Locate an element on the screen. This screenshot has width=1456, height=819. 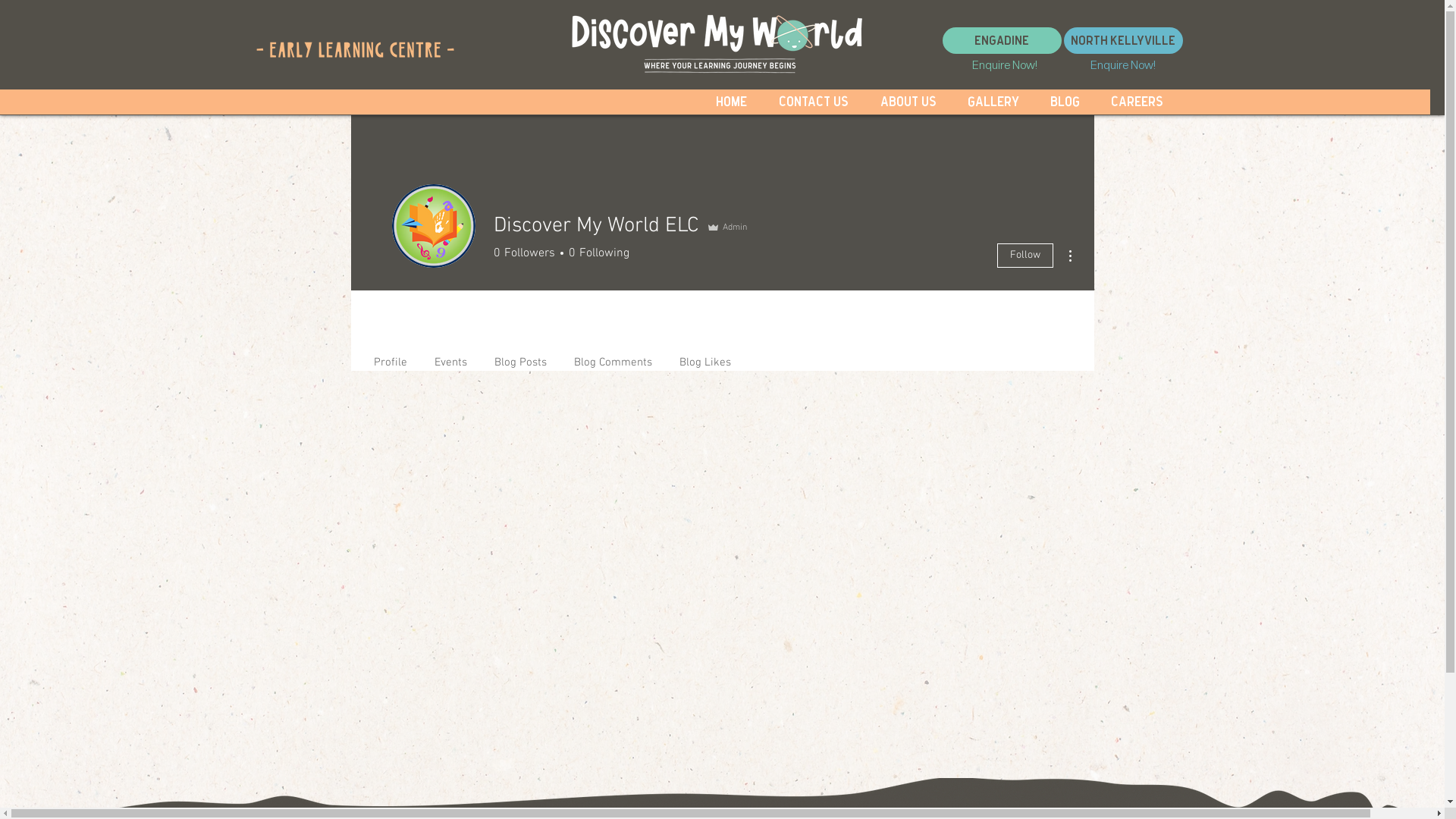
'Gallery' is located at coordinates (993, 102).